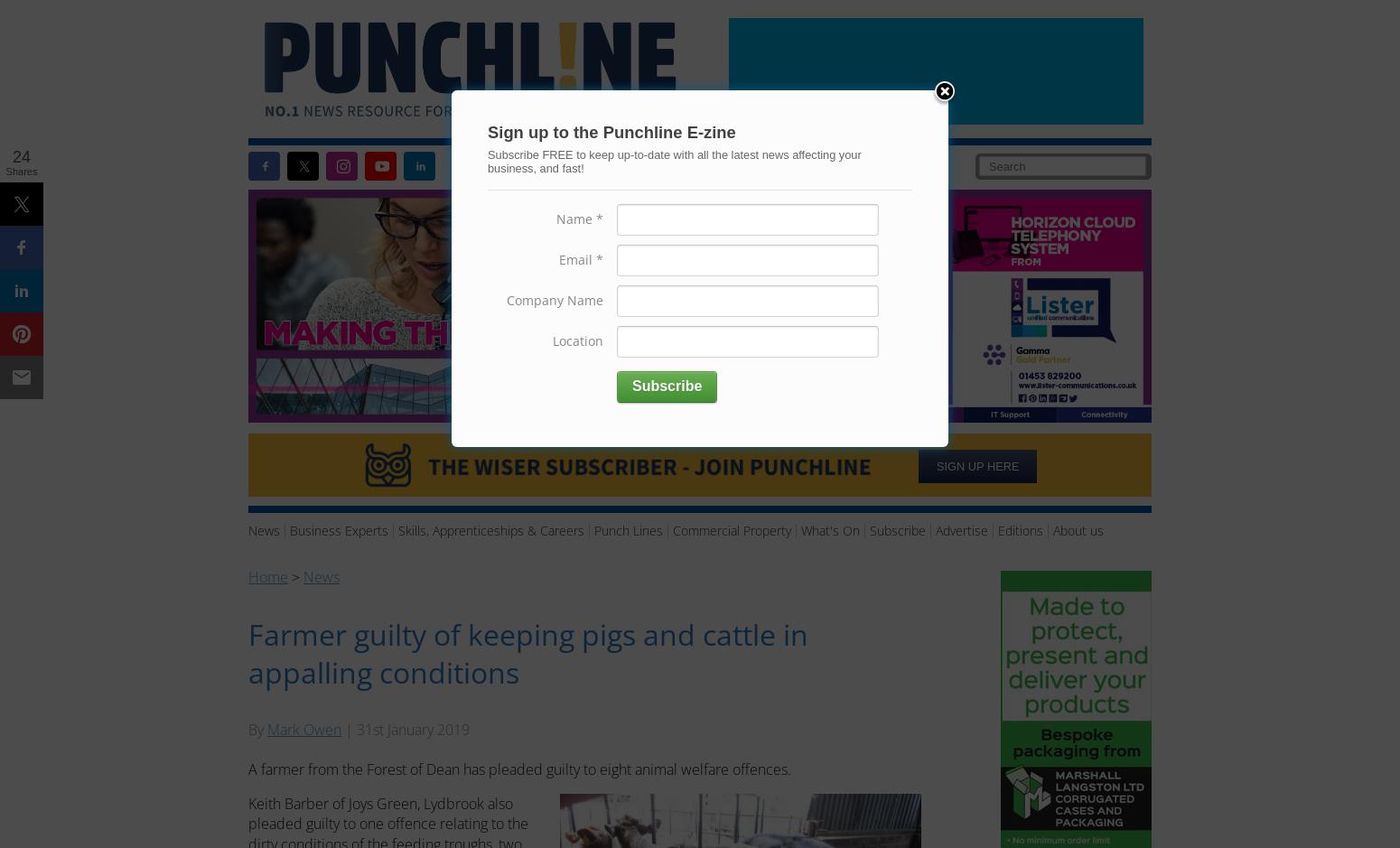  Describe the element at coordinates (627, 529) in the screenshot. I see `'Punch Lines'` at that location.